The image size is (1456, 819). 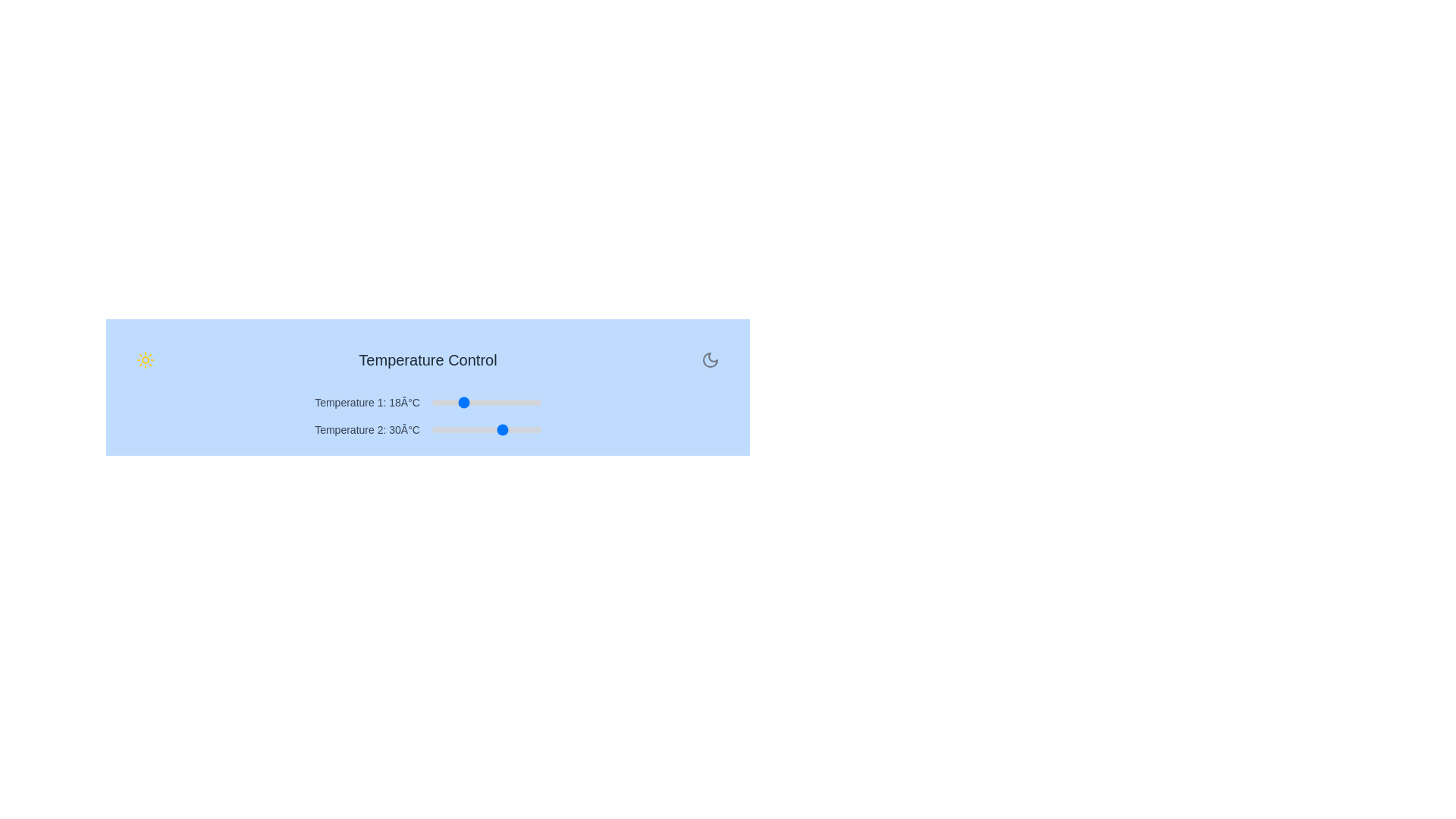 I want to click on the temperature, so click(x=467, y=402).